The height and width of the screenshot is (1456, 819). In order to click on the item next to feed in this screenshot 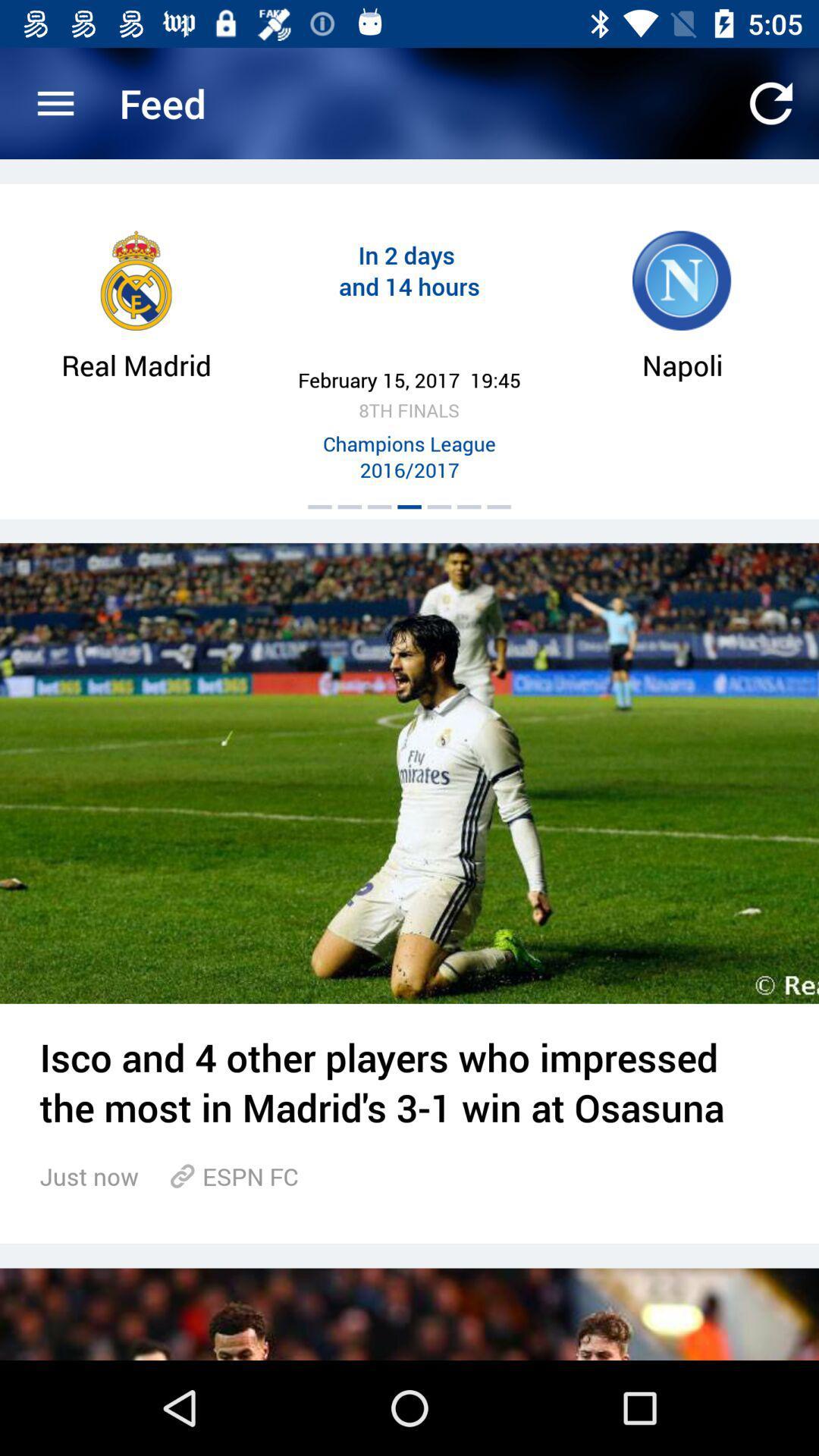, I will do `click(55, 102)`.